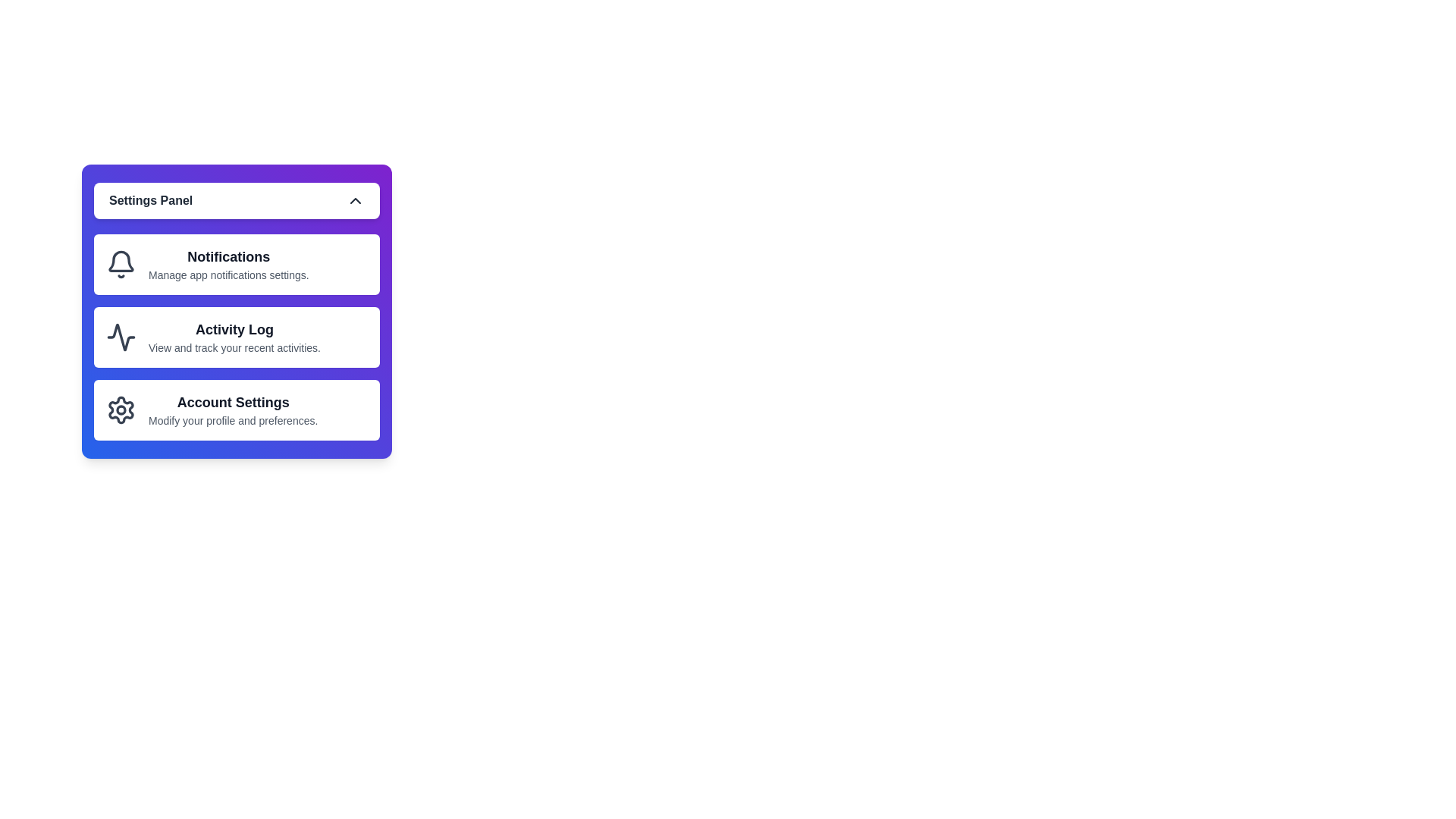 This screenshot has width=1456, height=819. I want to click on the 'Activity Log' option in the menu, so click(236, 336).